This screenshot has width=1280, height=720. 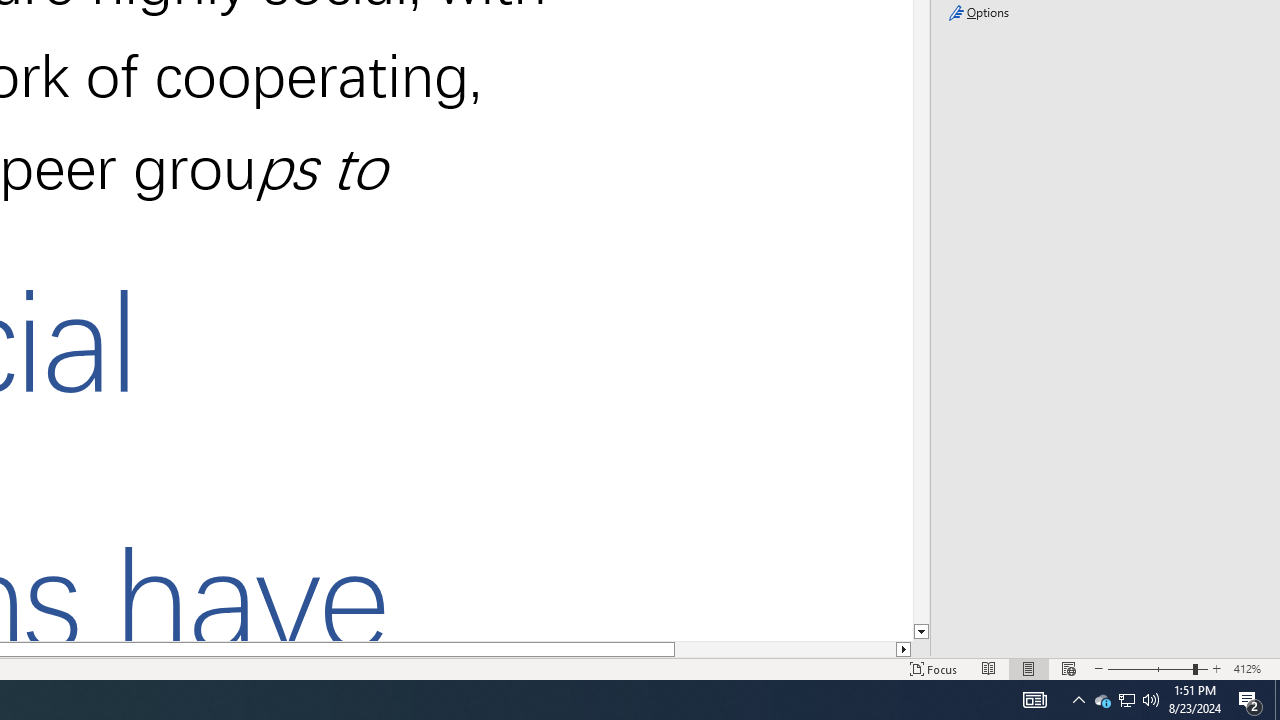 What do you see at coordinates (1158, 669) in the screenshot?
I see `'Zoom'` at bounding box center [1158, 669].